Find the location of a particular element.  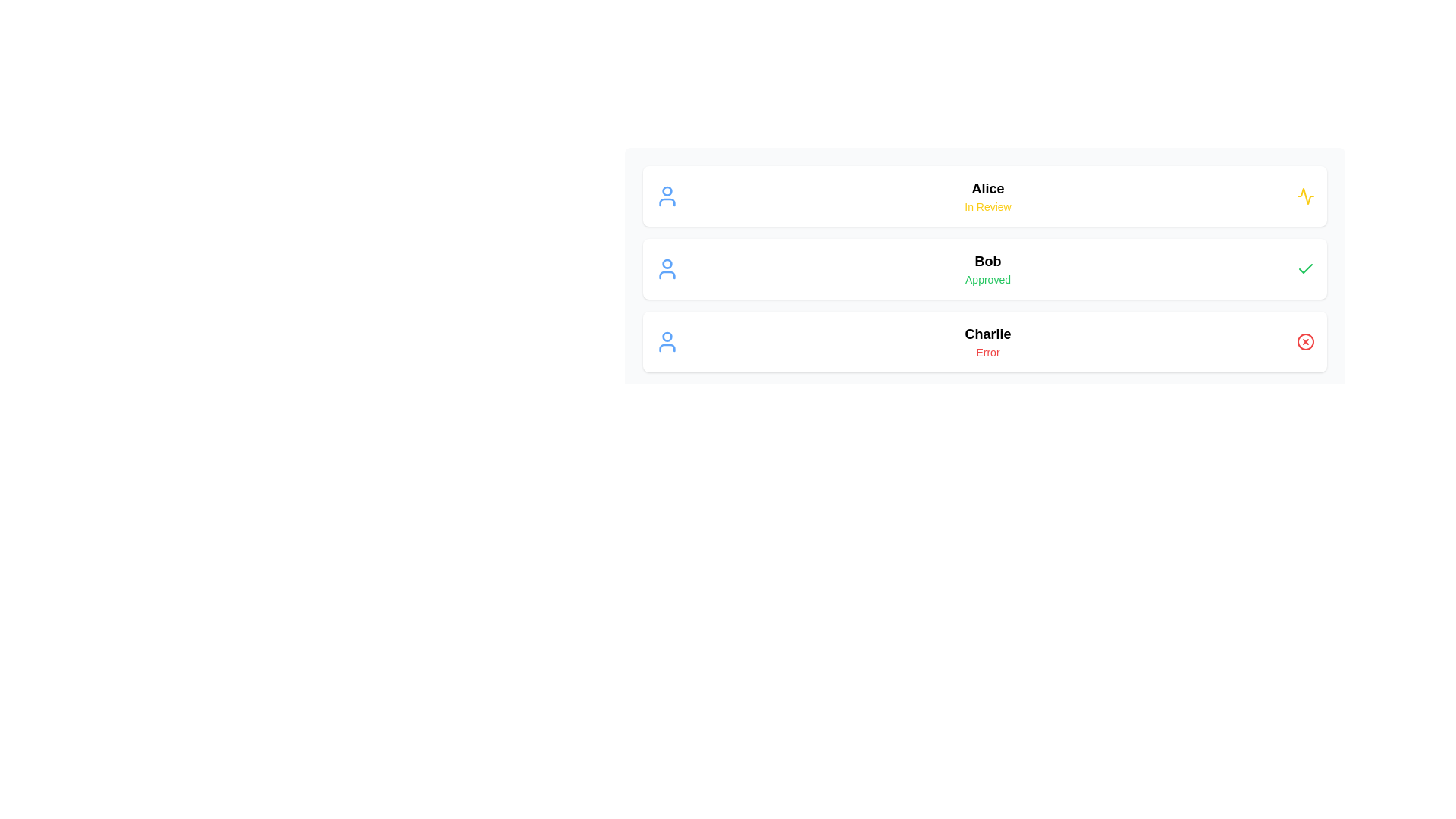

the Text Display Block that shows the name 'Alice' in bold and larger font with the status 'In Review' in smaller yellow font below it, located in the first section of a card layout is located at coordinates (987, 195).